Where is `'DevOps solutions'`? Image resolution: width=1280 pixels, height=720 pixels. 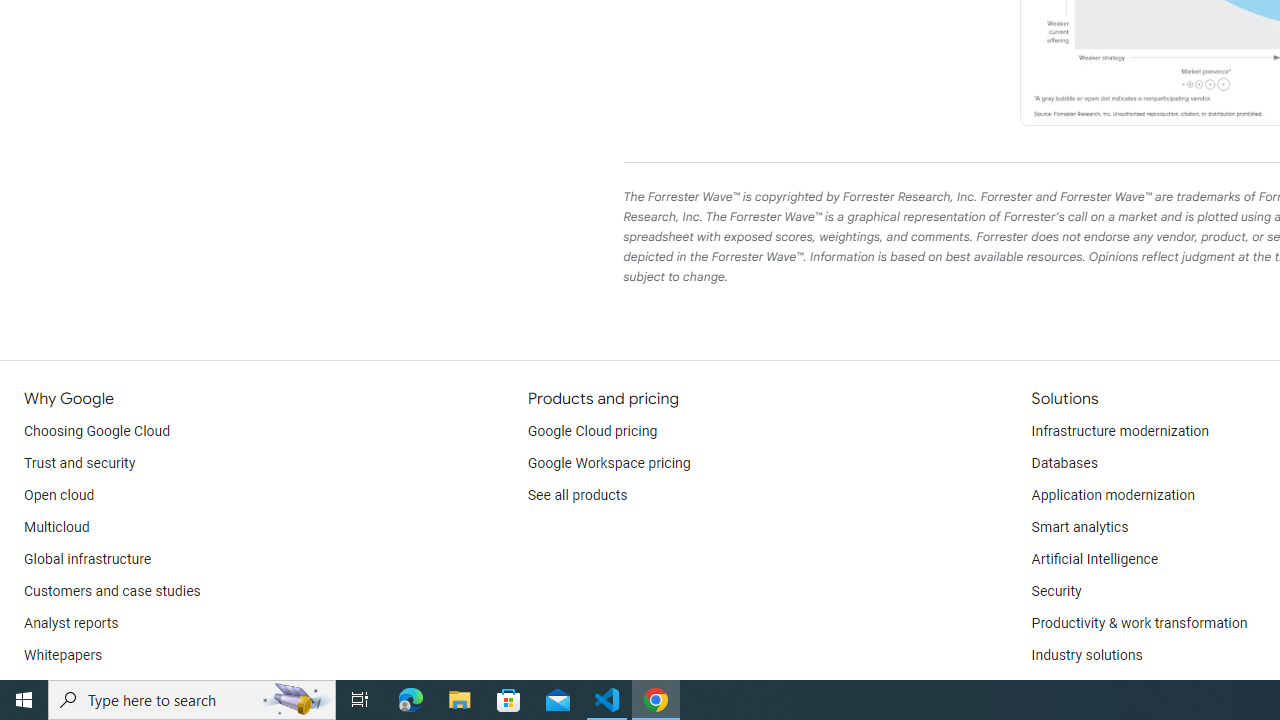
'DevOps solutions' is located at coordinates (1084, 686).